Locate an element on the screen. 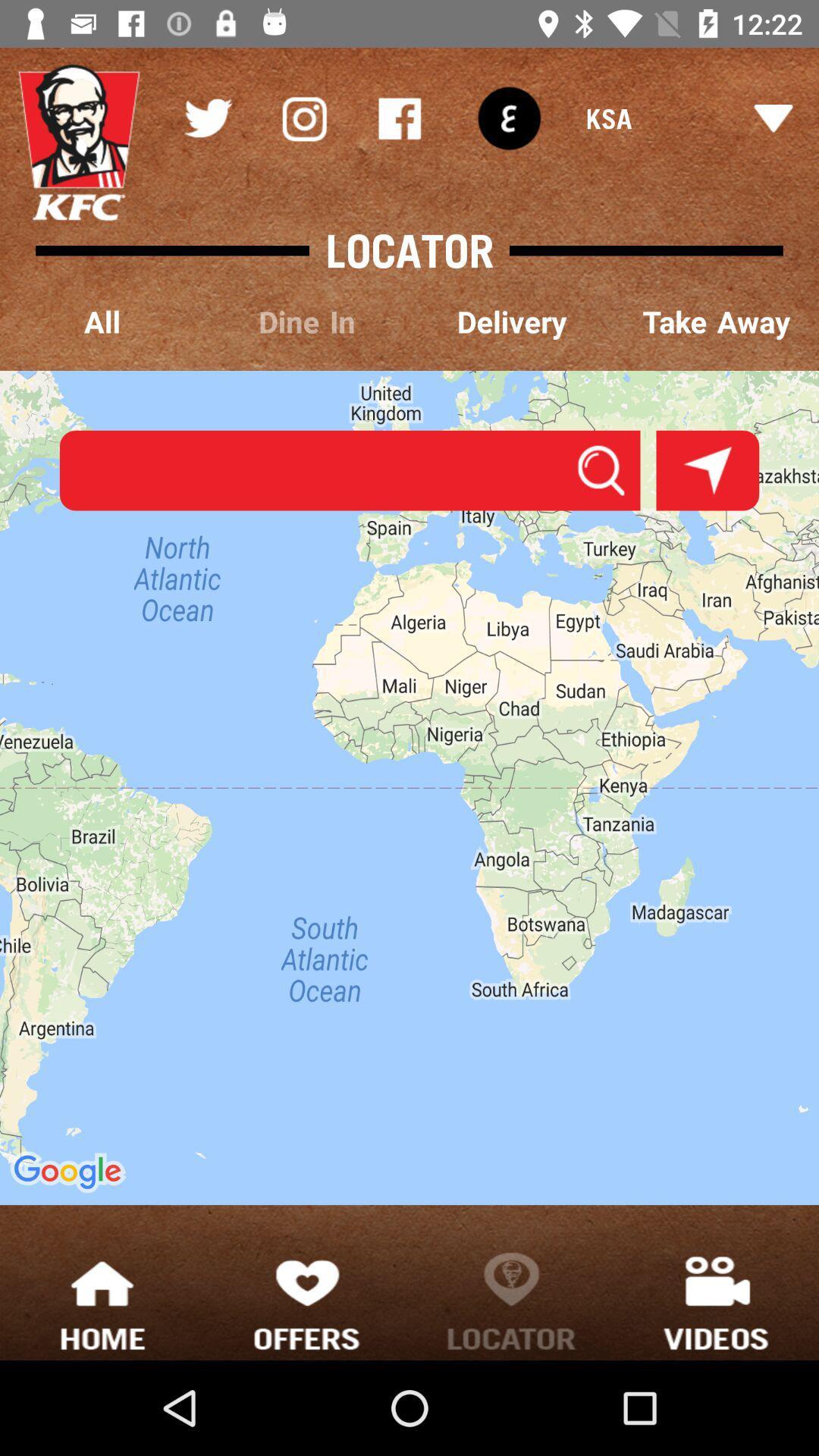  the item to the left of take away is located at coordinates (512, 322).